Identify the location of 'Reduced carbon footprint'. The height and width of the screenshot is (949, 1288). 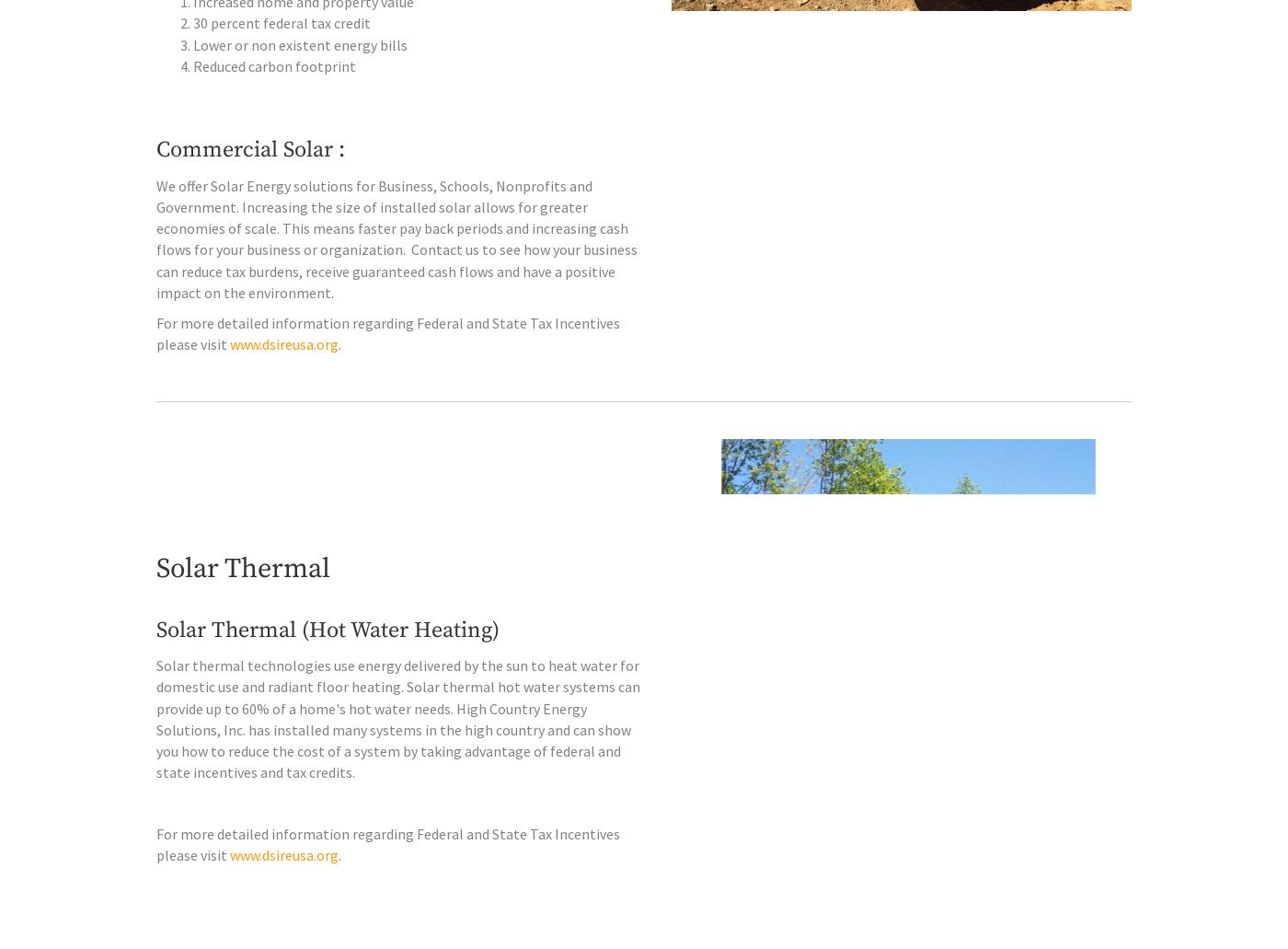
(274, 102).